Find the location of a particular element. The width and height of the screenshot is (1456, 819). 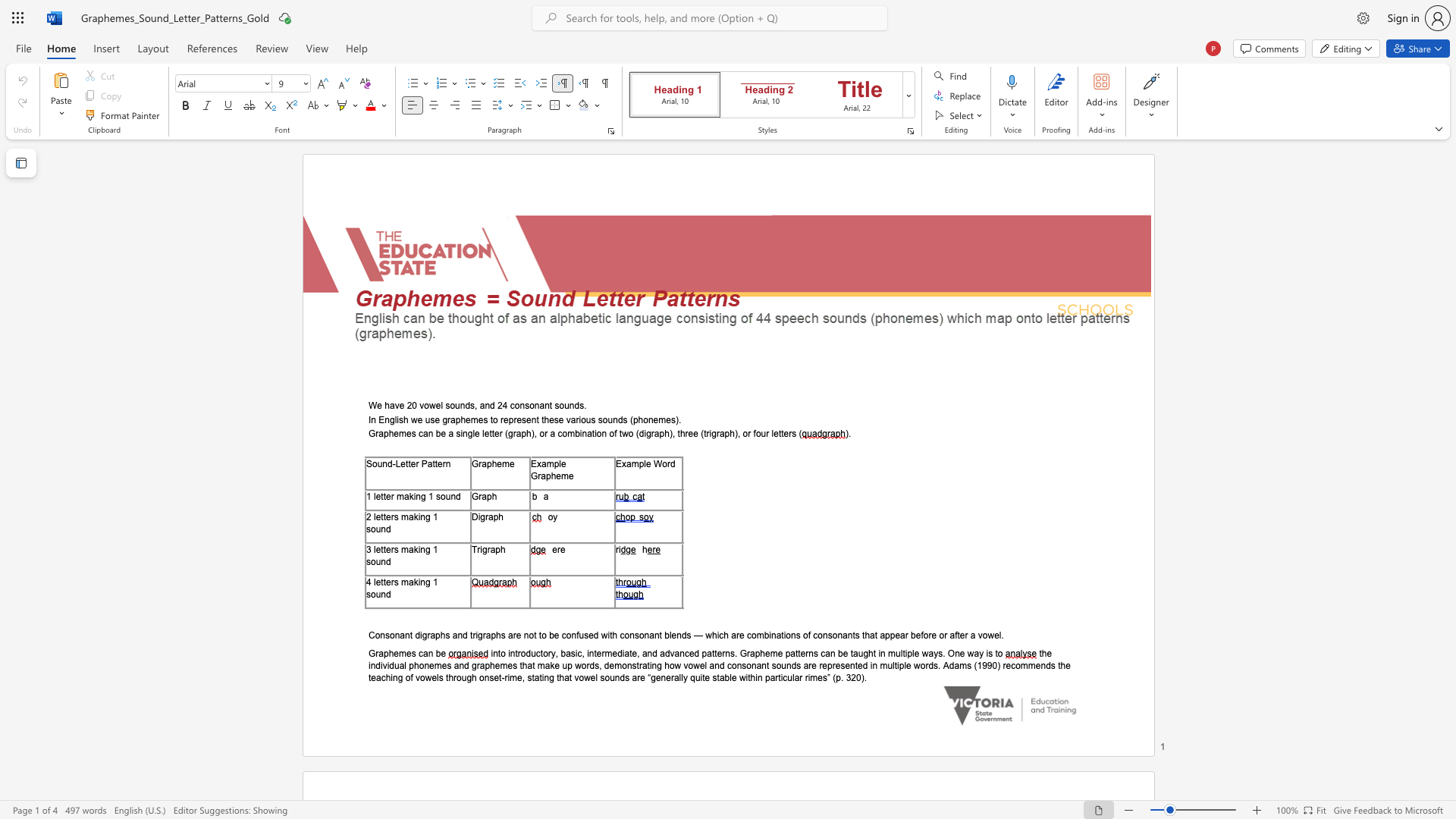

the subset text "he teaching of vowels t" within the text "how vowel and consonant sounds are represented in multiple words. Adams (1990) recommends the teaching of vowels through onset-rime," is located at coordinates (1059, 664).